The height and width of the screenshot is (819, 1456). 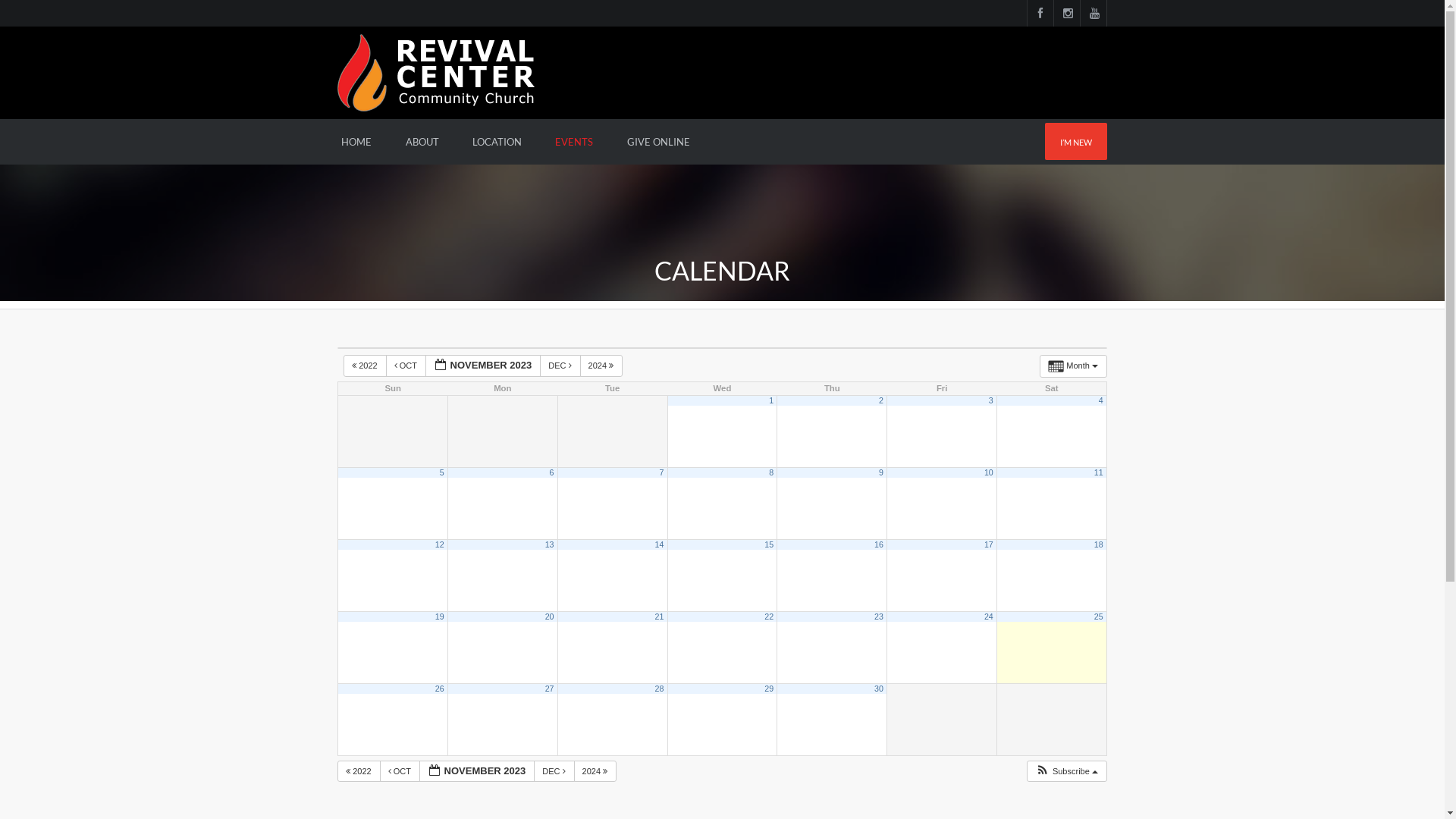 I want to click on 'DEC', so click(x=539, y=366).